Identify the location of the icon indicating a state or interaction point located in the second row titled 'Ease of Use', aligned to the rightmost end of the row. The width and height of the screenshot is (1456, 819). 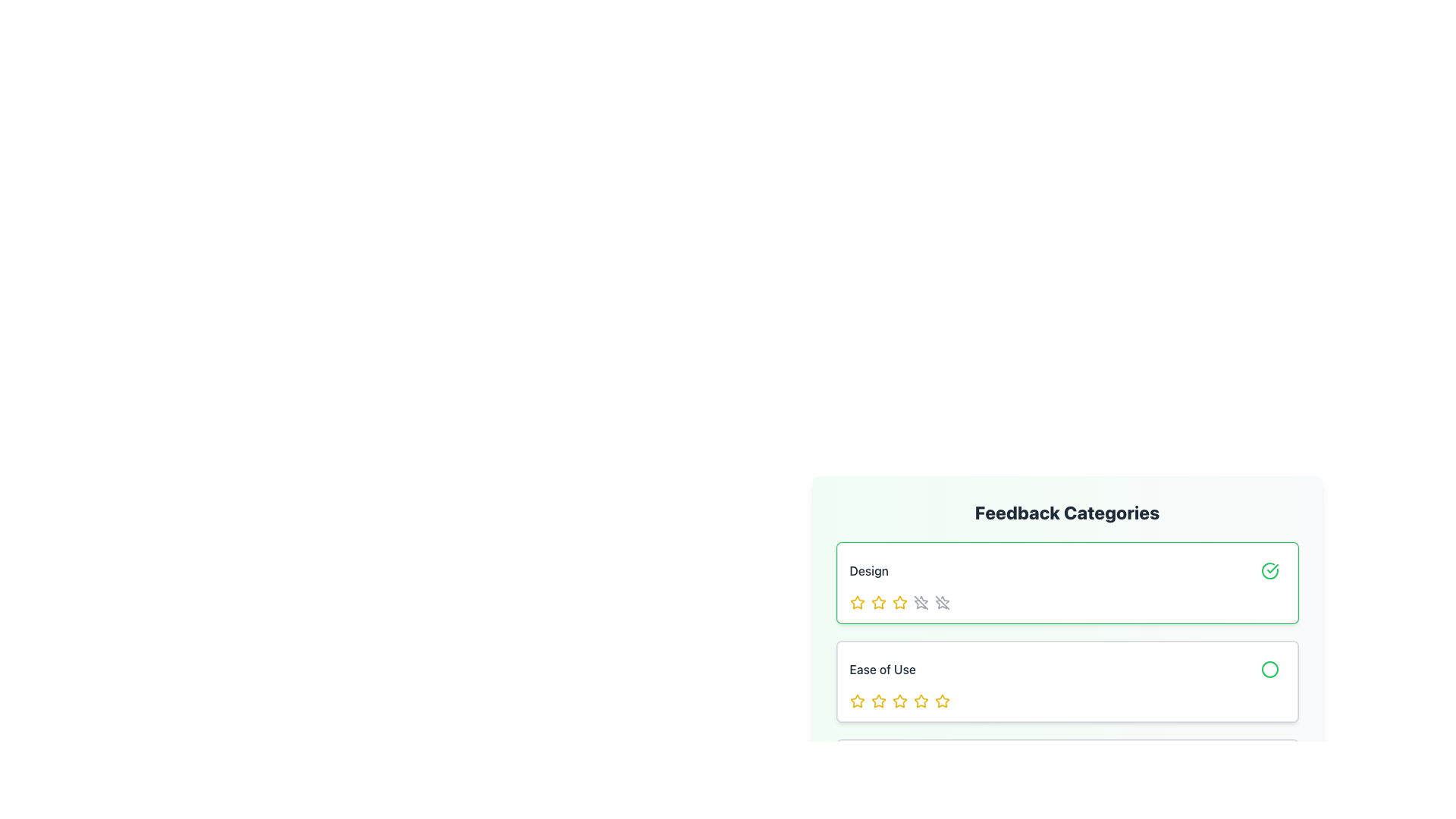
(1269, 669).